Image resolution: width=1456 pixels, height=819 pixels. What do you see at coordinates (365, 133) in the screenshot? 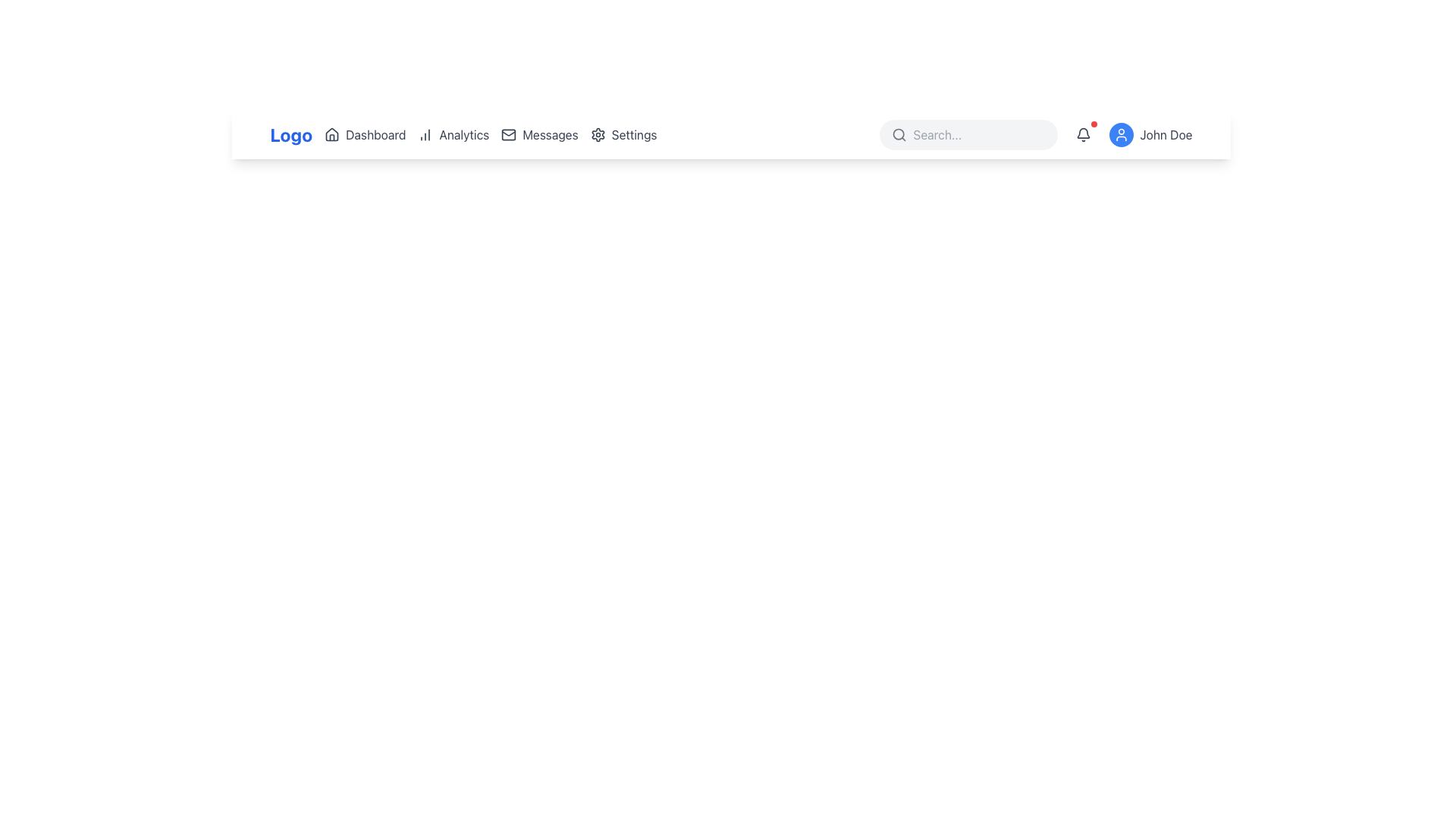
I see `the first navigation item in the top-center area of the interface, which navigates to the dashboard section of the application` at bounding box center [365, 133].